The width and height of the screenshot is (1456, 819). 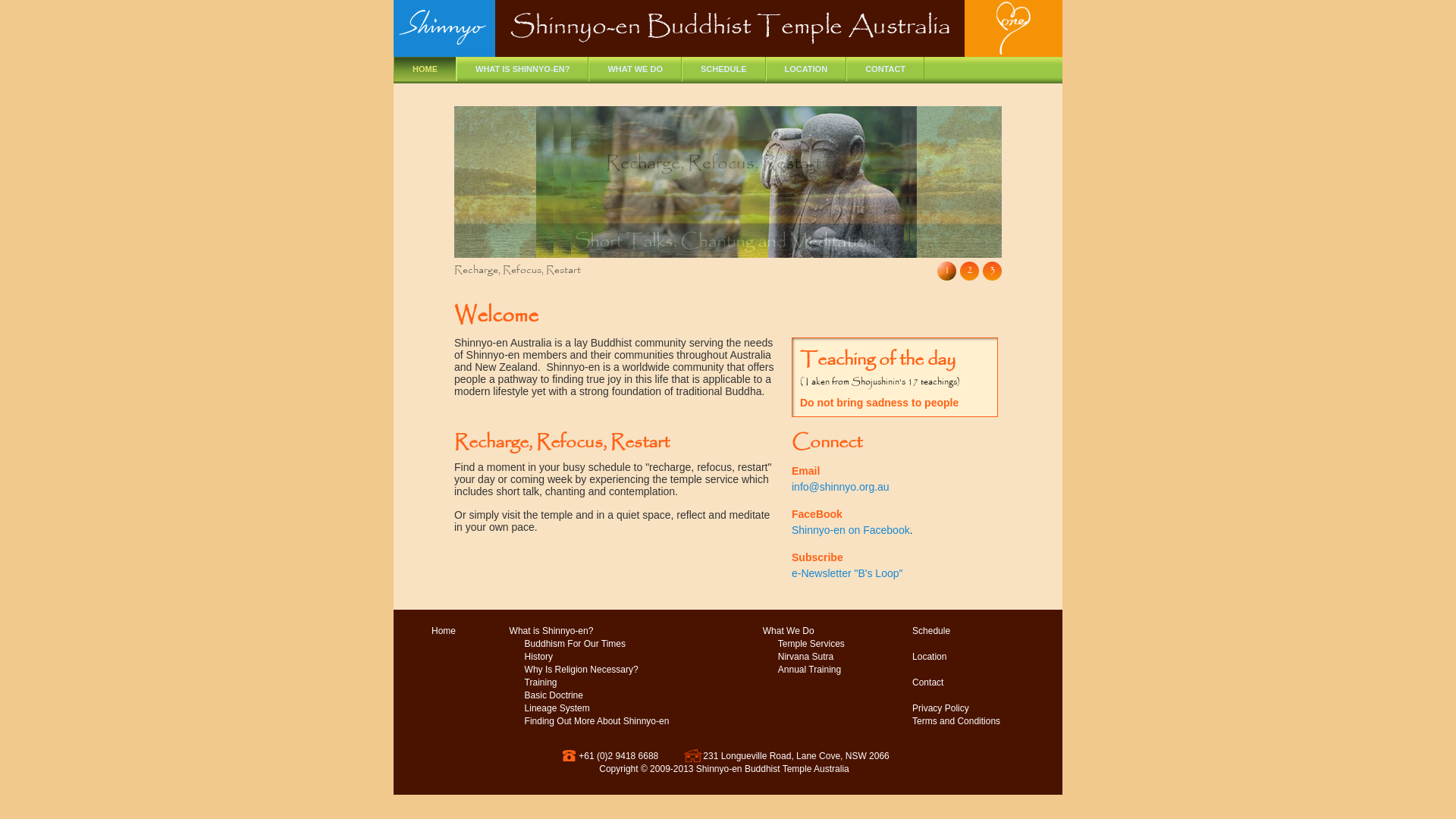 I want to click on '2', so click(x=968, y=270).